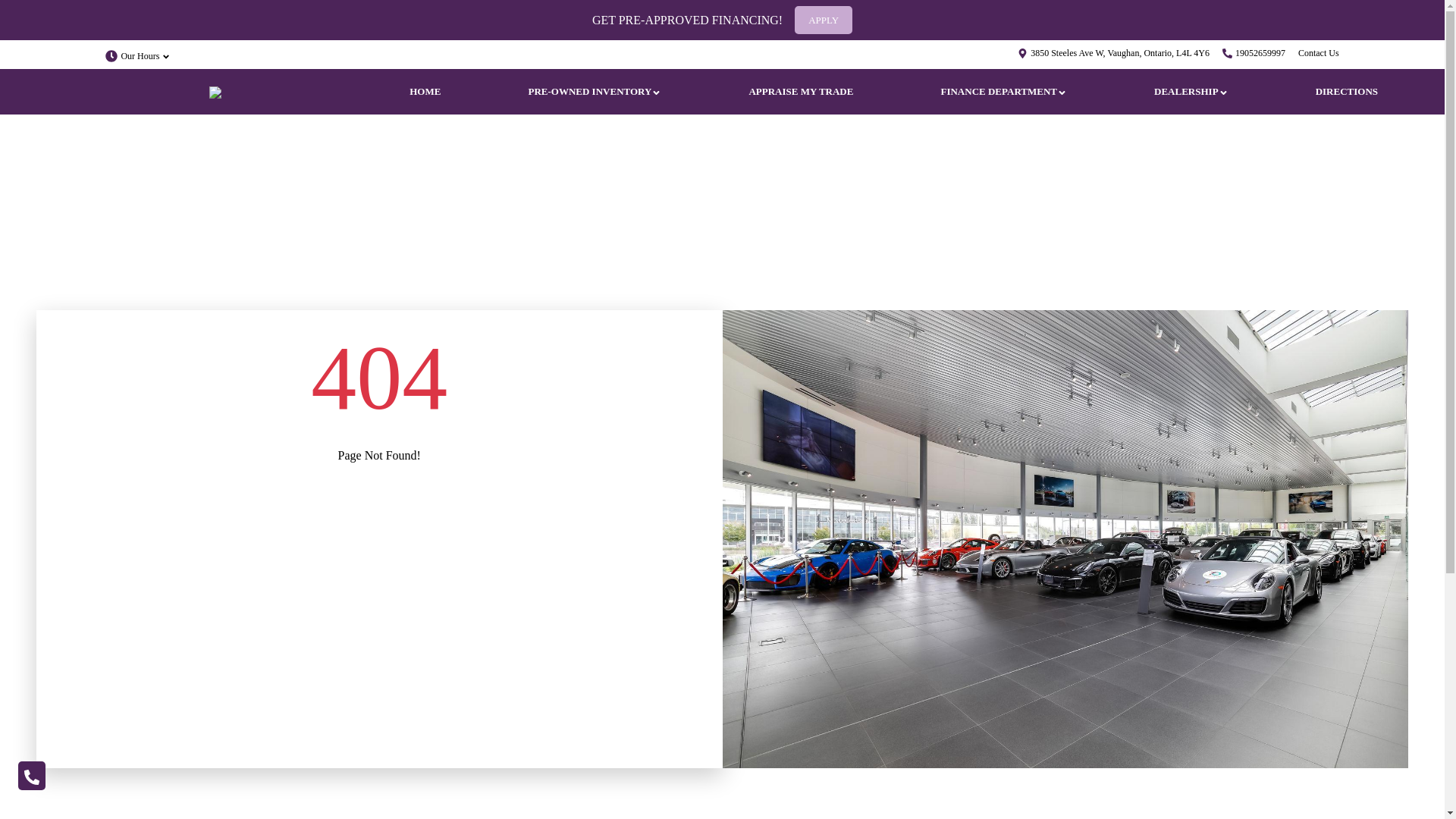 This screenshot has width=1456, height=819. I want to click on '3850 Steeles Ave W, Vaughan, Ontario, L4L 4Y6', so click(1120, 52).